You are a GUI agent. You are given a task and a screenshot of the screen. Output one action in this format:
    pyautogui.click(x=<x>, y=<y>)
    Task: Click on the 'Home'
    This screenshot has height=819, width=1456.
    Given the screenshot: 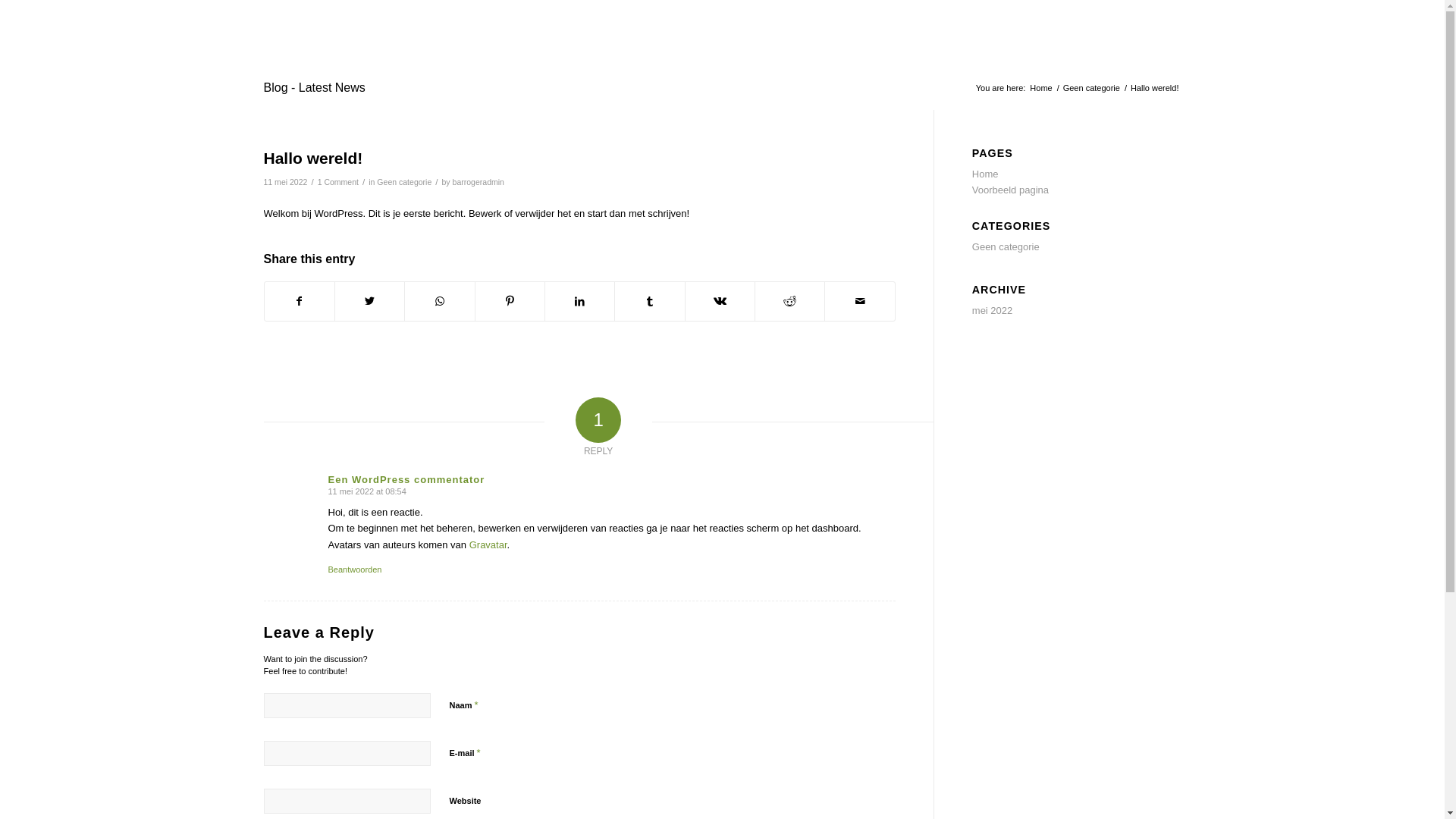 What is the action you would take?
    pyautogui.click(x=985, y=173)
    